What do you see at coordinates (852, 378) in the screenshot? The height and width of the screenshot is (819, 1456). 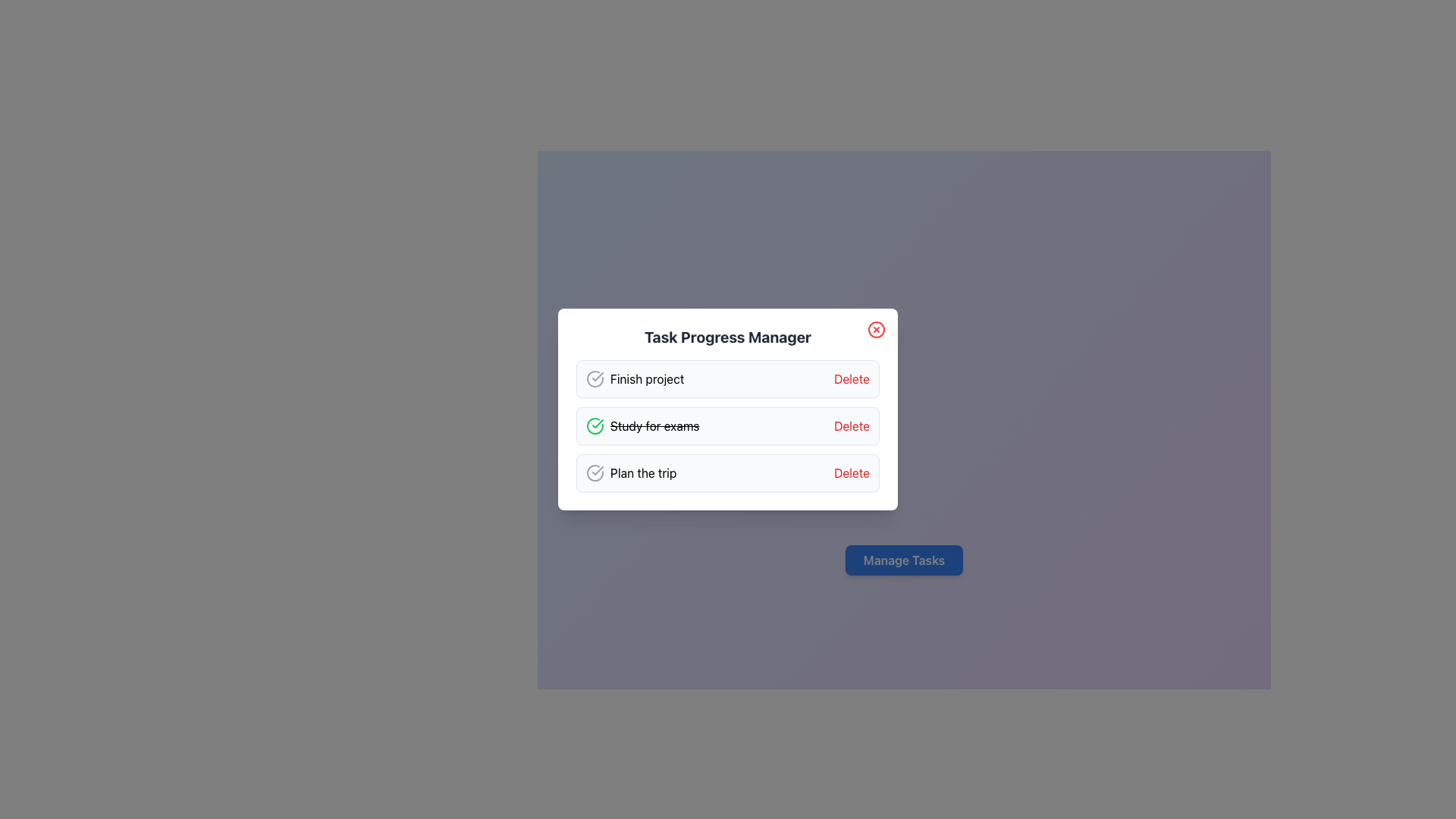 I see `the 'Delete' button styled in red, located to the right of the 'Finish project' text, to observe the color change effect` at bounding box center [852, 378].